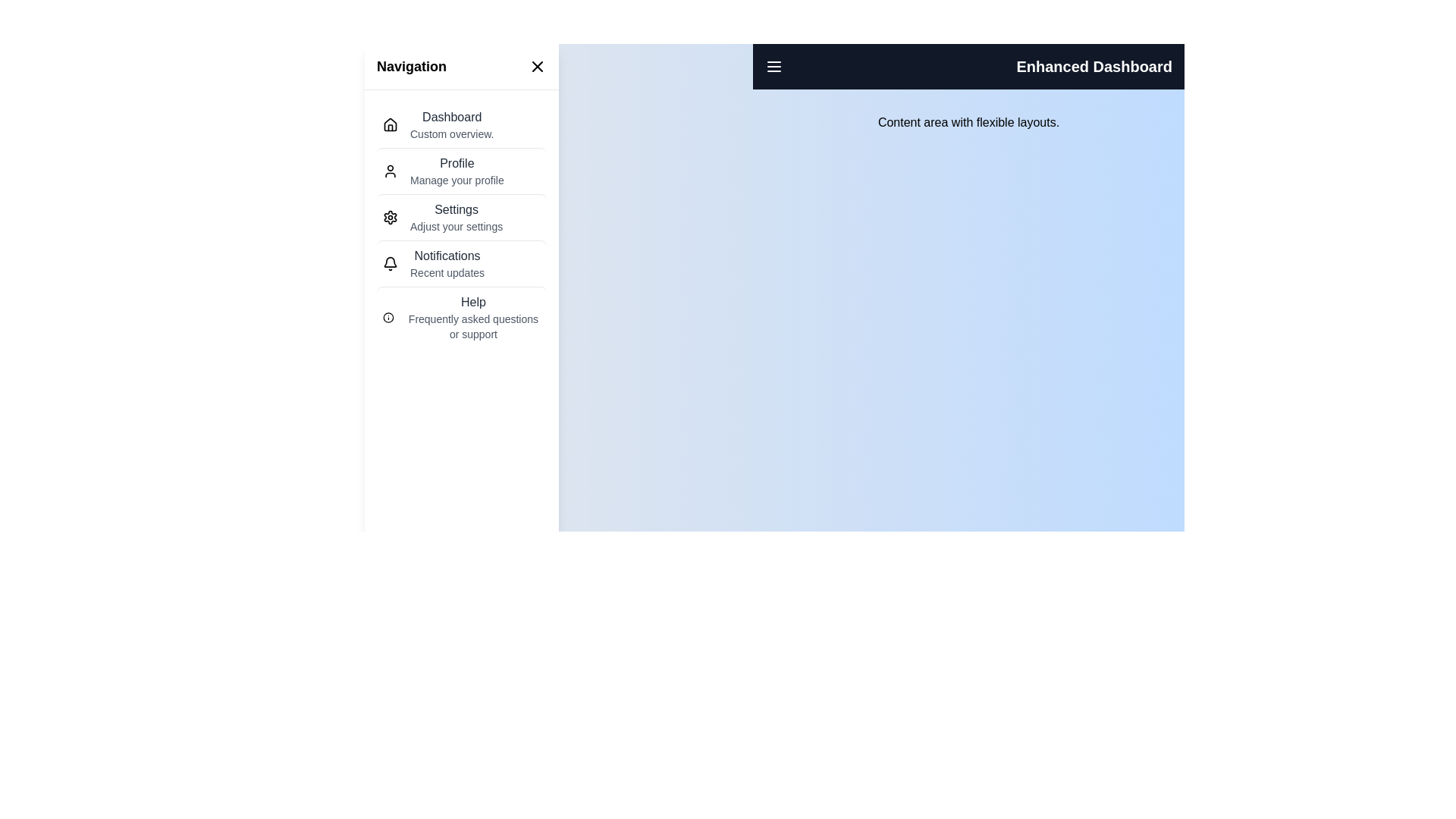 The width and height of the screenshot is (1456, 819). I want to click on the profile icon located to the left of the 'Profile' label in the navigation menu, so click(390, 171).